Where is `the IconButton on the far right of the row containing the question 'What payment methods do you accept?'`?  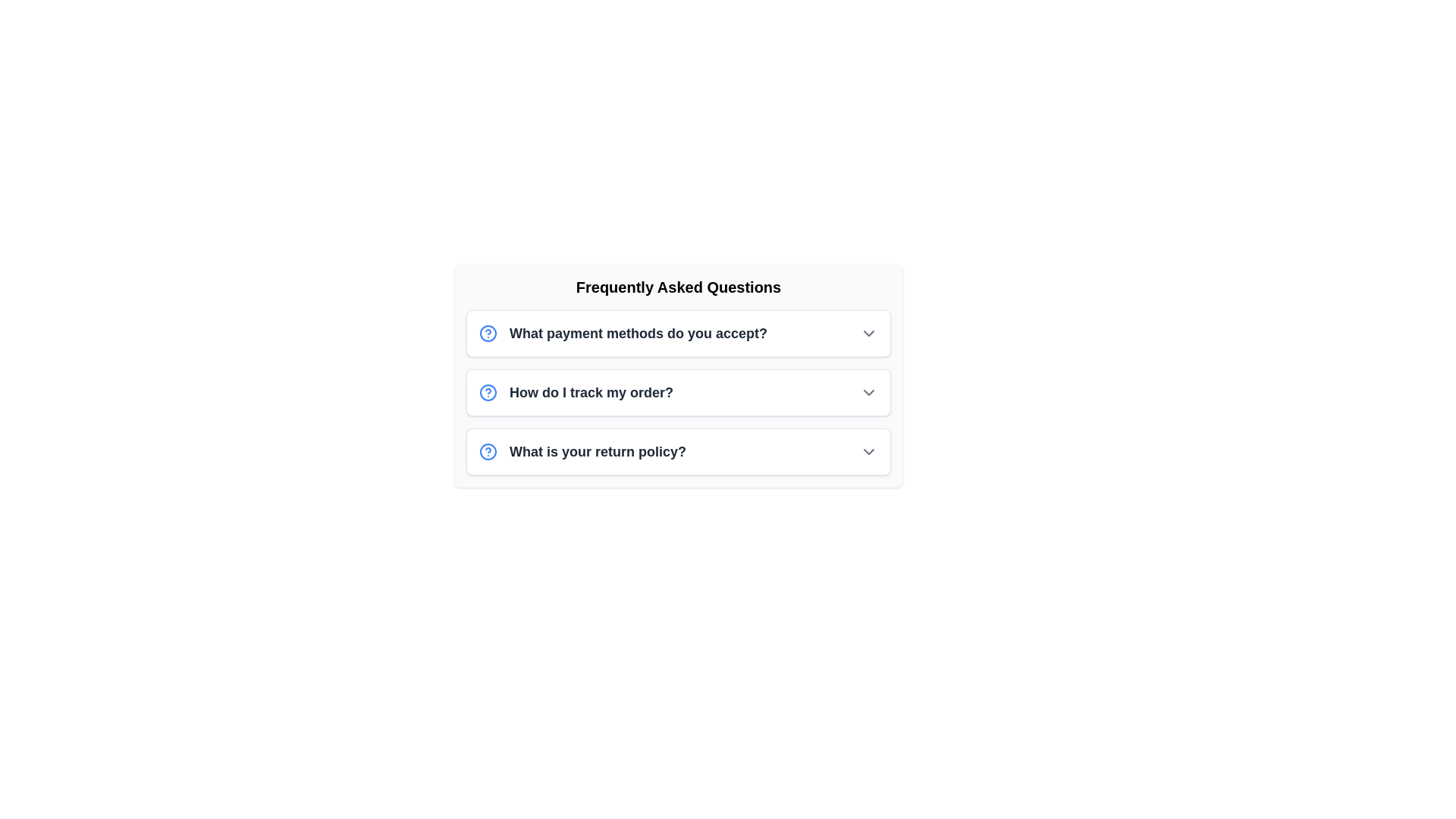
the IconButton on the far right of the row containing the question 'What payment methods do you accept?' is located at coordinates (869, 332).